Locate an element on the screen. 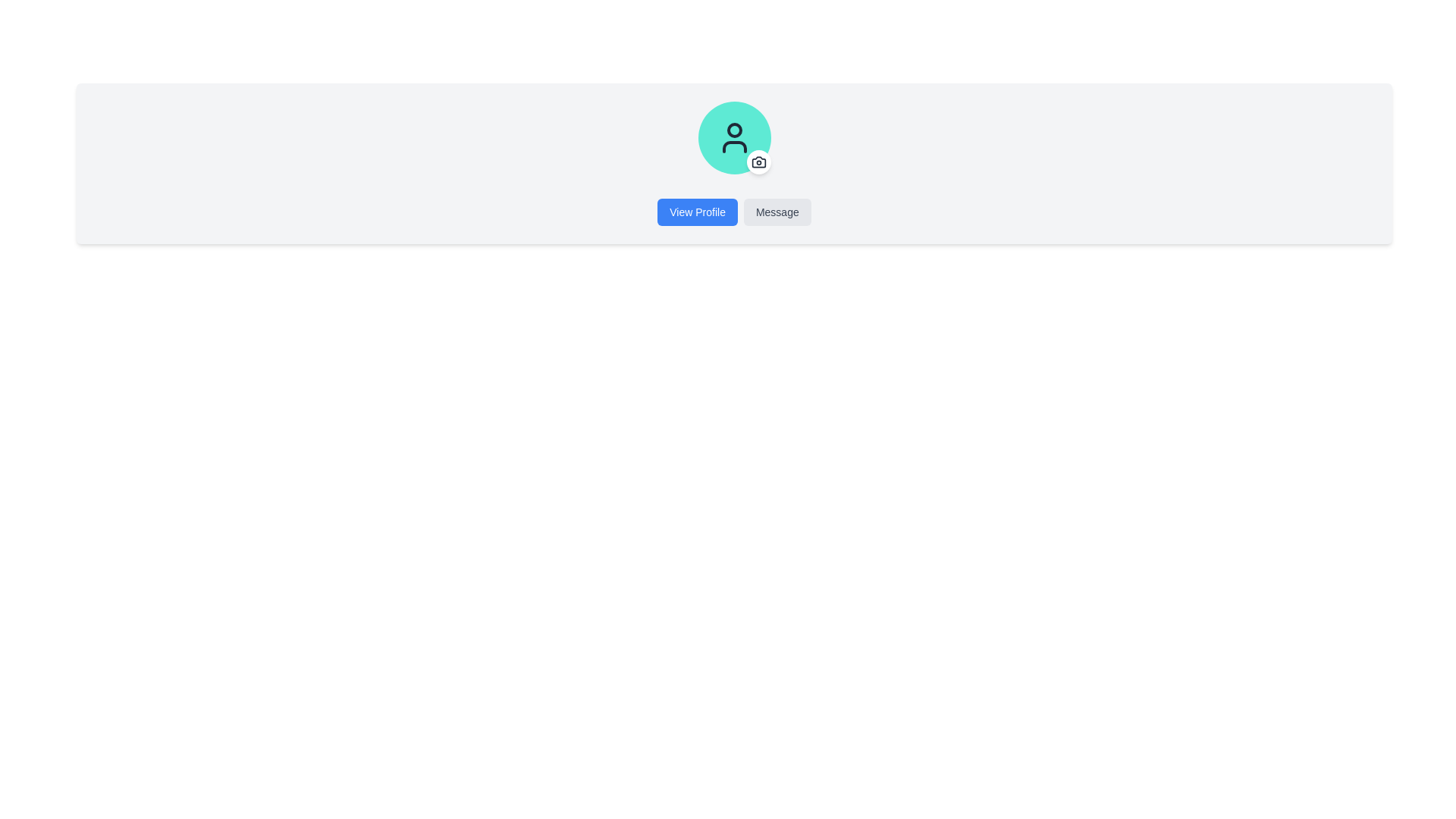  the user profile icon, which is a distinct circular element located centrally in a teal area is located at coordinates (734, 137).